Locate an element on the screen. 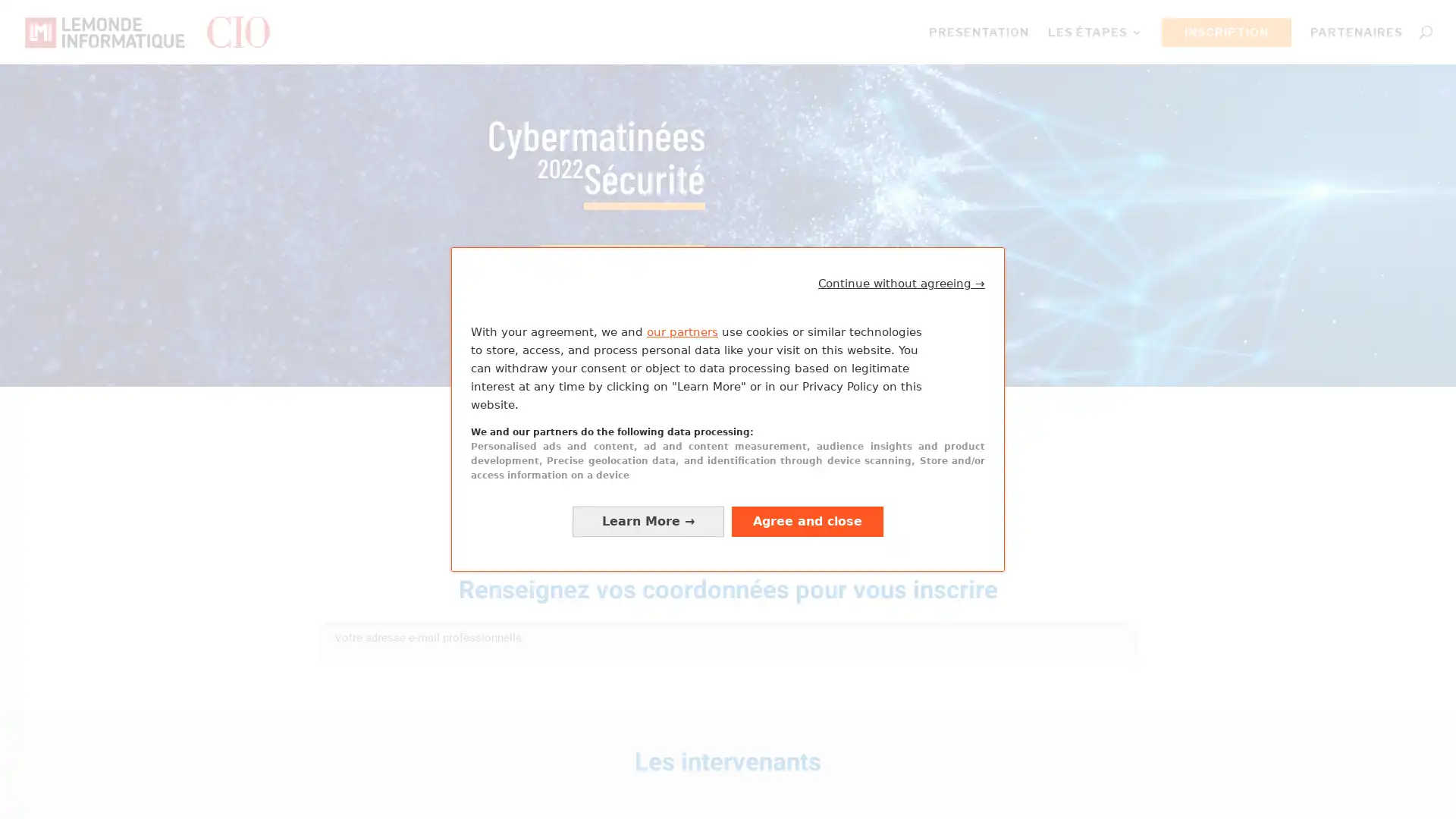 Image resolution: width=1456 pixels, height=819 pixels. Agree to our data processing and close is located at coordinates (807, 520).